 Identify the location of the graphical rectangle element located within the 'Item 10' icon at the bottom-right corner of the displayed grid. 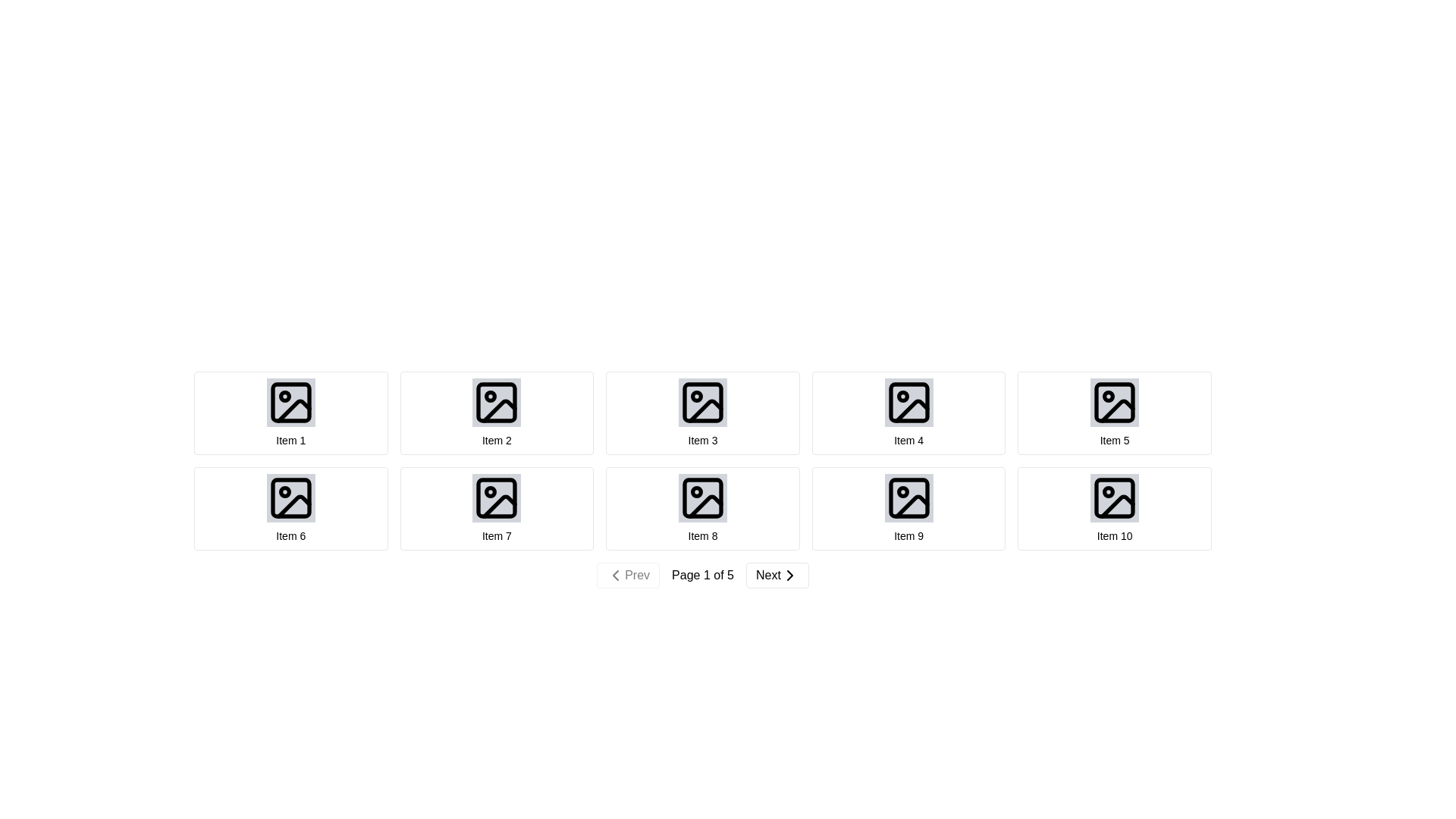
(1115, 497).